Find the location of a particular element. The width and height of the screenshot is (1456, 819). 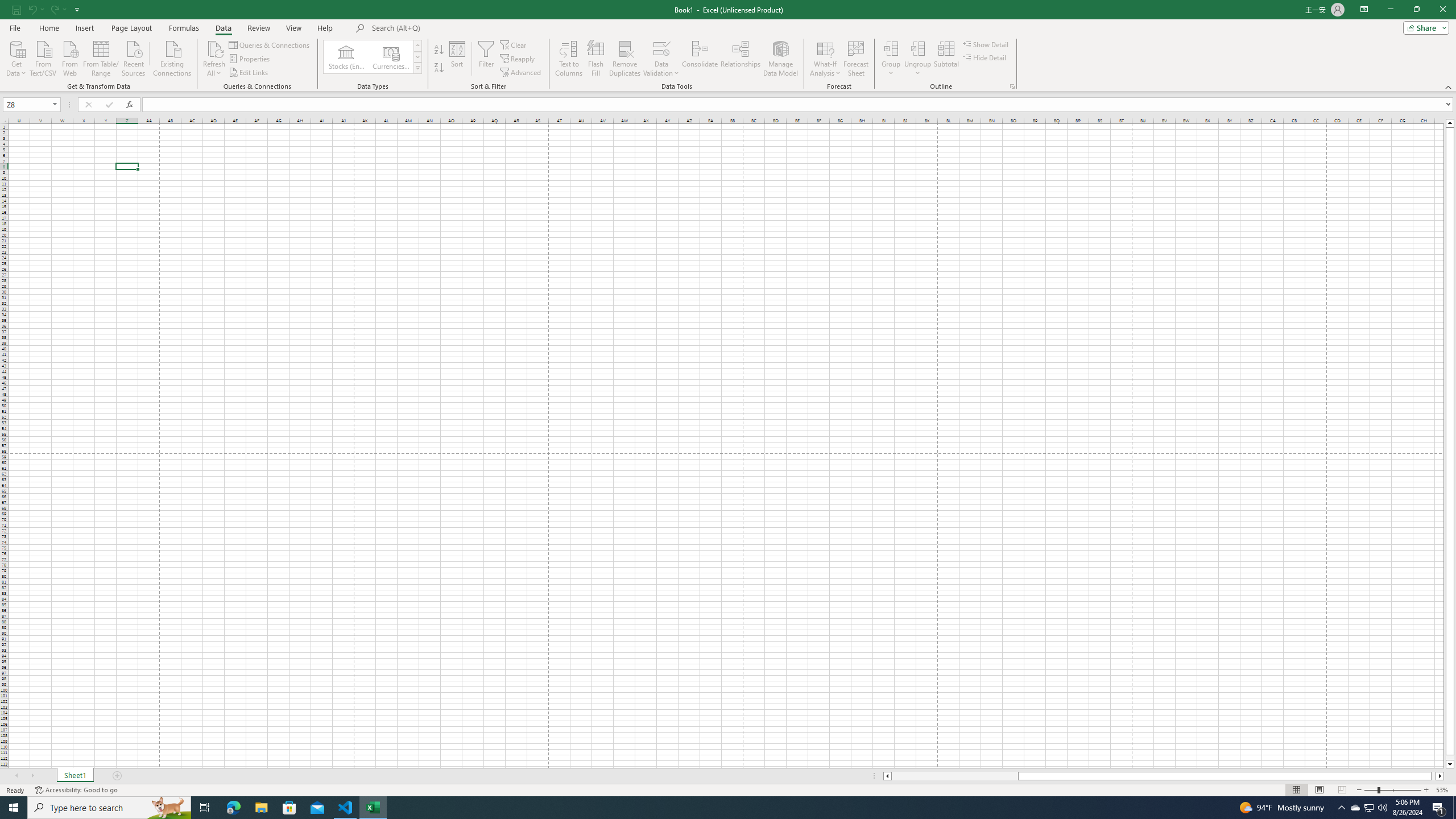

'Existing Connections' is located at coordinates (171, 57).